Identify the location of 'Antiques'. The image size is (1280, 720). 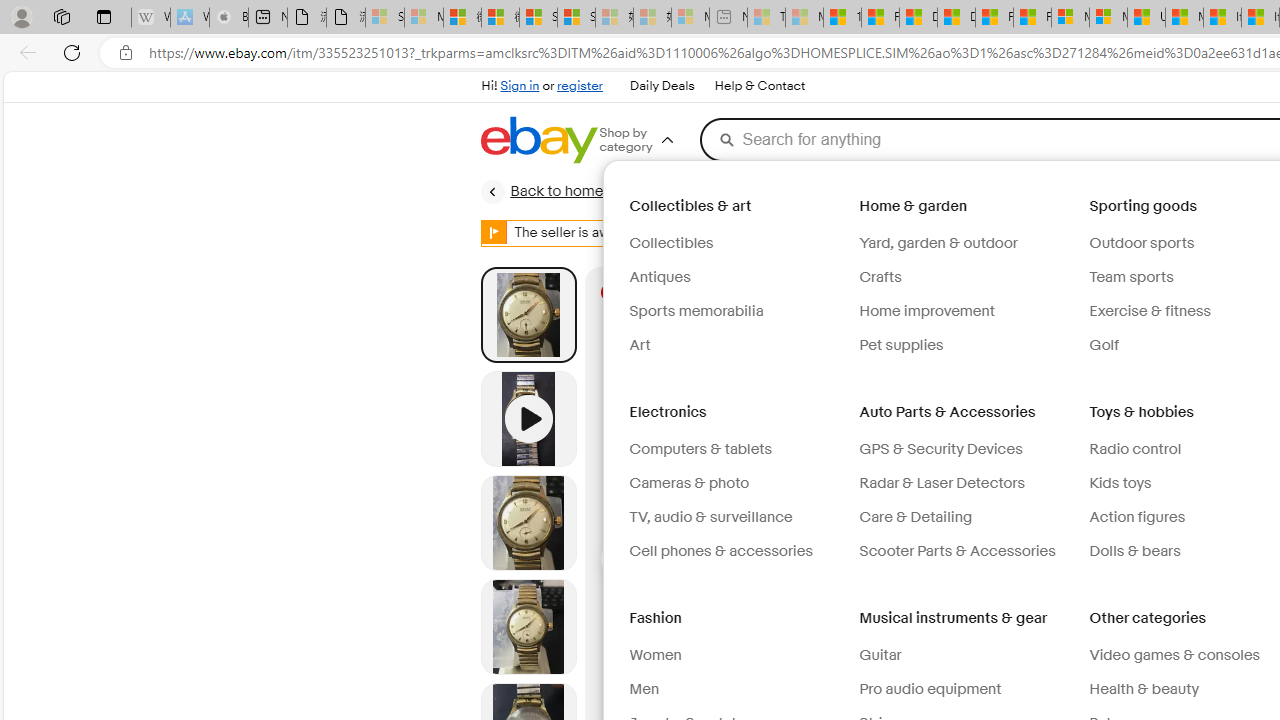
(659, 277).